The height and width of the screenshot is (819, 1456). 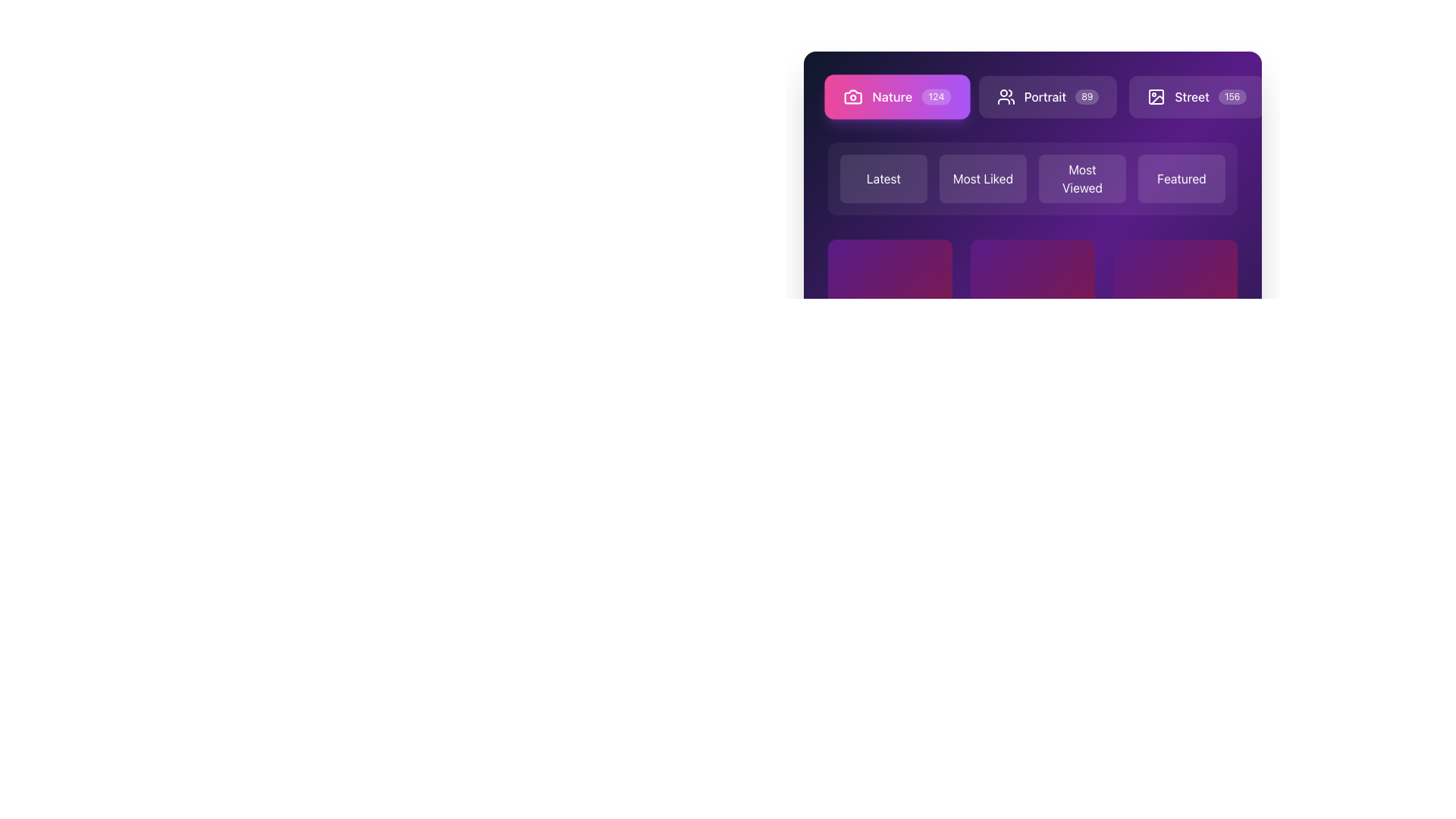 I want to click on the 'Street' category button, the third button in a row, for keyboard navigation, so click(x=1196, y=96).